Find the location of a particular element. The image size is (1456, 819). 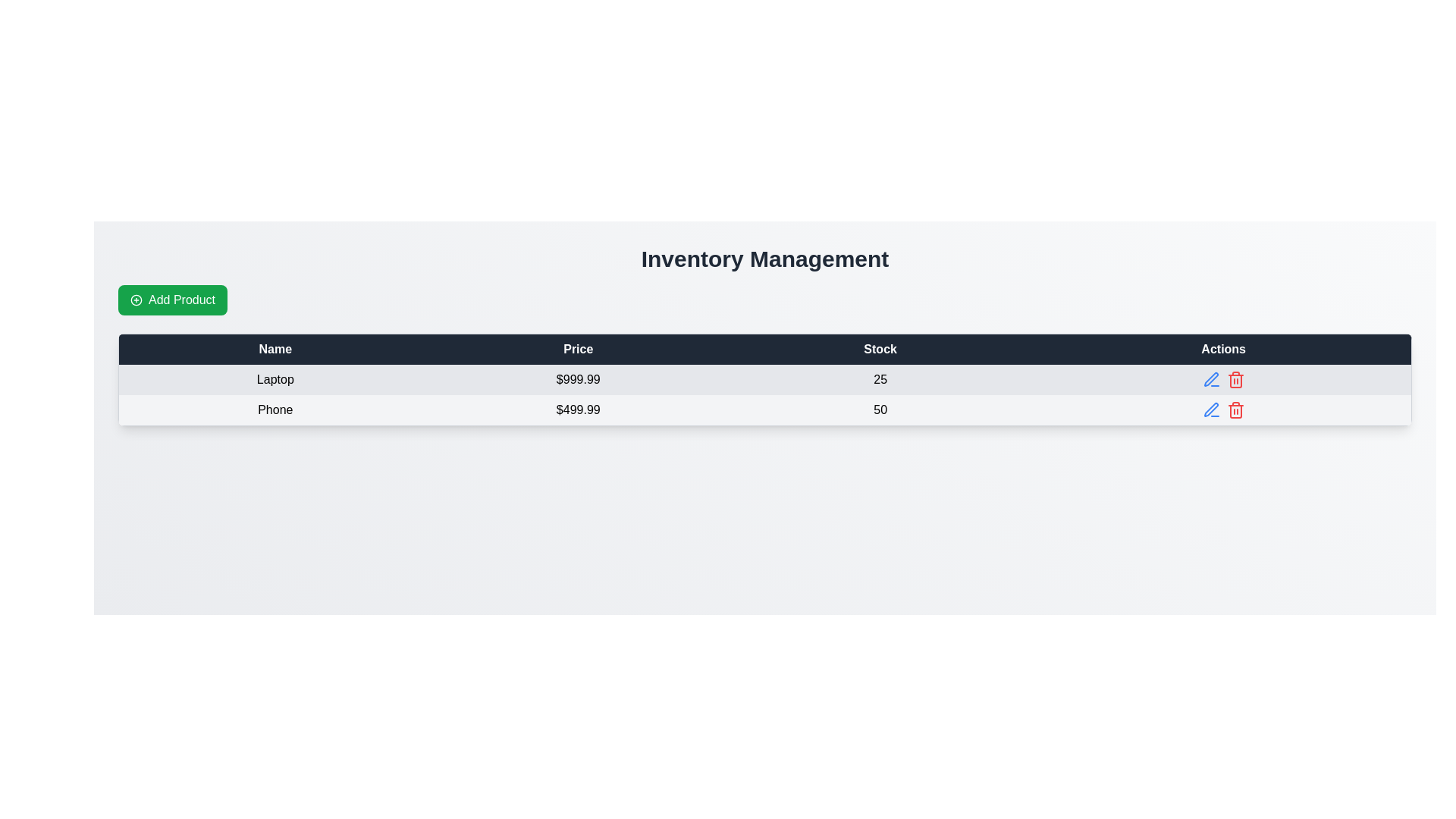

text of the product name label for 'Laptop' in the first cell of the inventory table under the 'Name' column is located at coordinates (275, 379).